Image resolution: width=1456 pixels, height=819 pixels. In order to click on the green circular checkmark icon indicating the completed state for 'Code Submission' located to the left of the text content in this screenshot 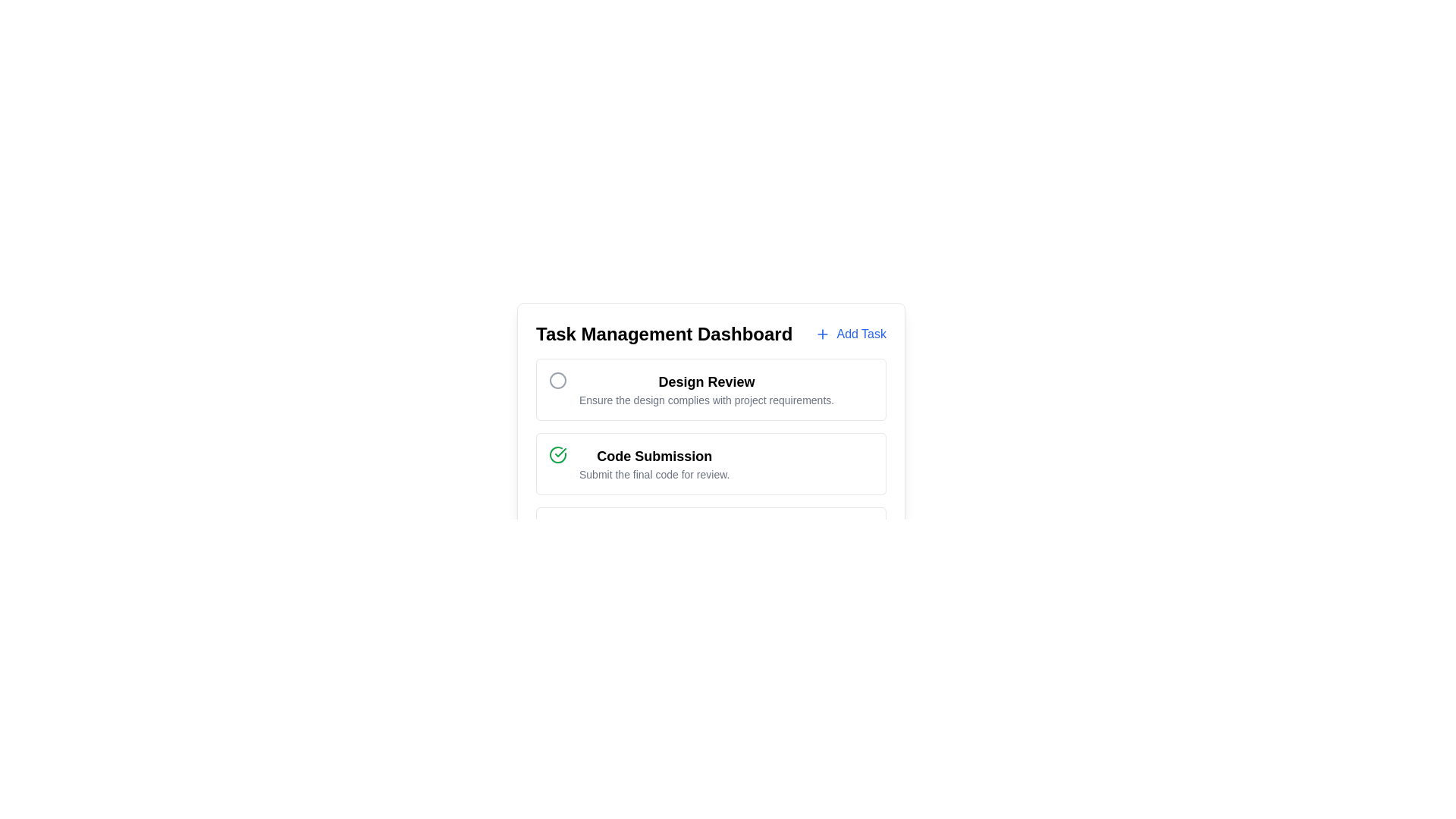, I will do `click(557, 454)`.